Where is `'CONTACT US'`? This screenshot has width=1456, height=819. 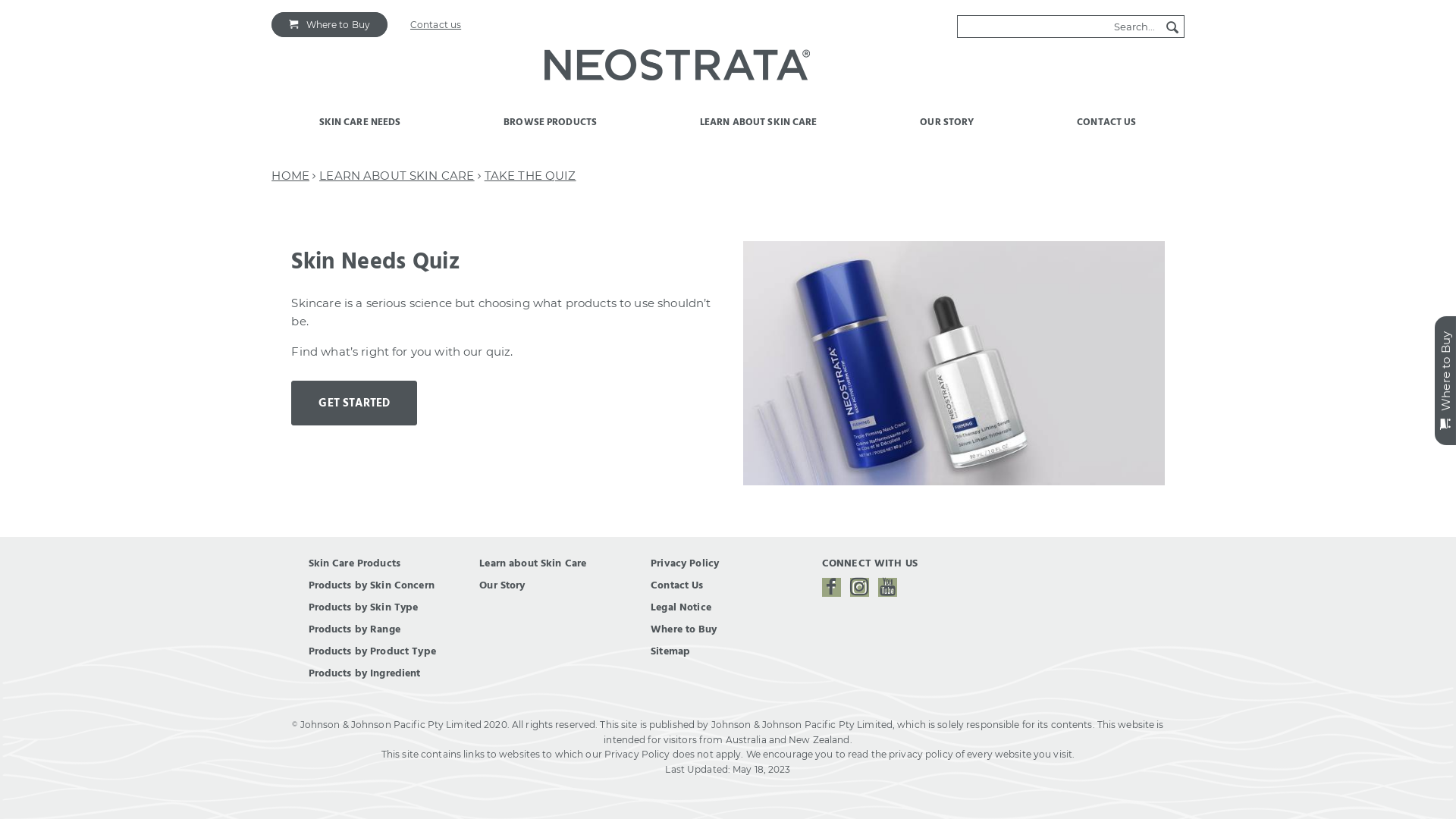 'CONTACT US' is located at coordinates (1106, 130).